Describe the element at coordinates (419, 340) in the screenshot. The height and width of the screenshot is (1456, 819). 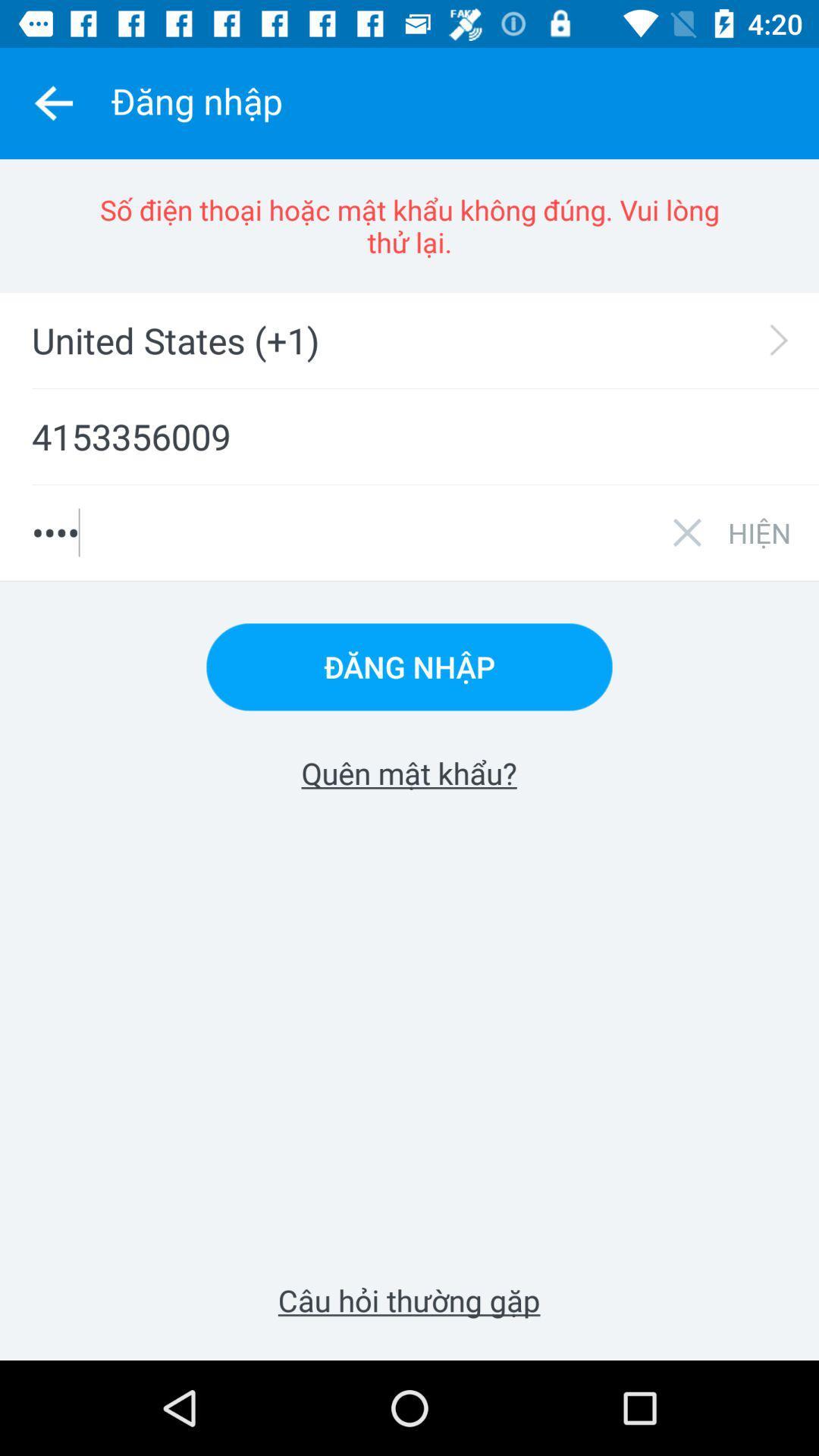
I see `united states (+1)` at that location.